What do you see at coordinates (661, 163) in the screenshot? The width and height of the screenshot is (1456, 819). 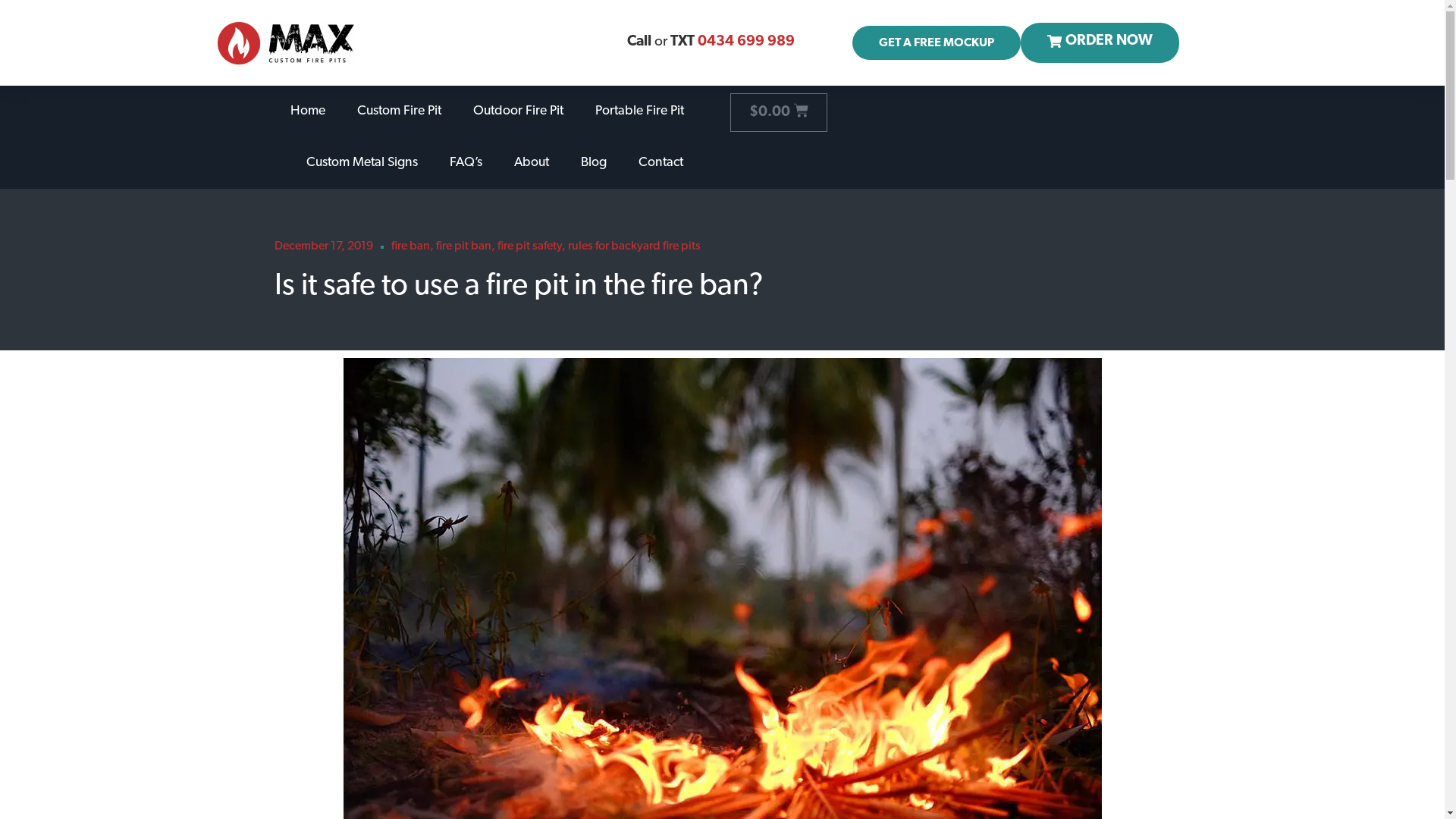 I see `'Contact'` at bounding box center [661, 163].